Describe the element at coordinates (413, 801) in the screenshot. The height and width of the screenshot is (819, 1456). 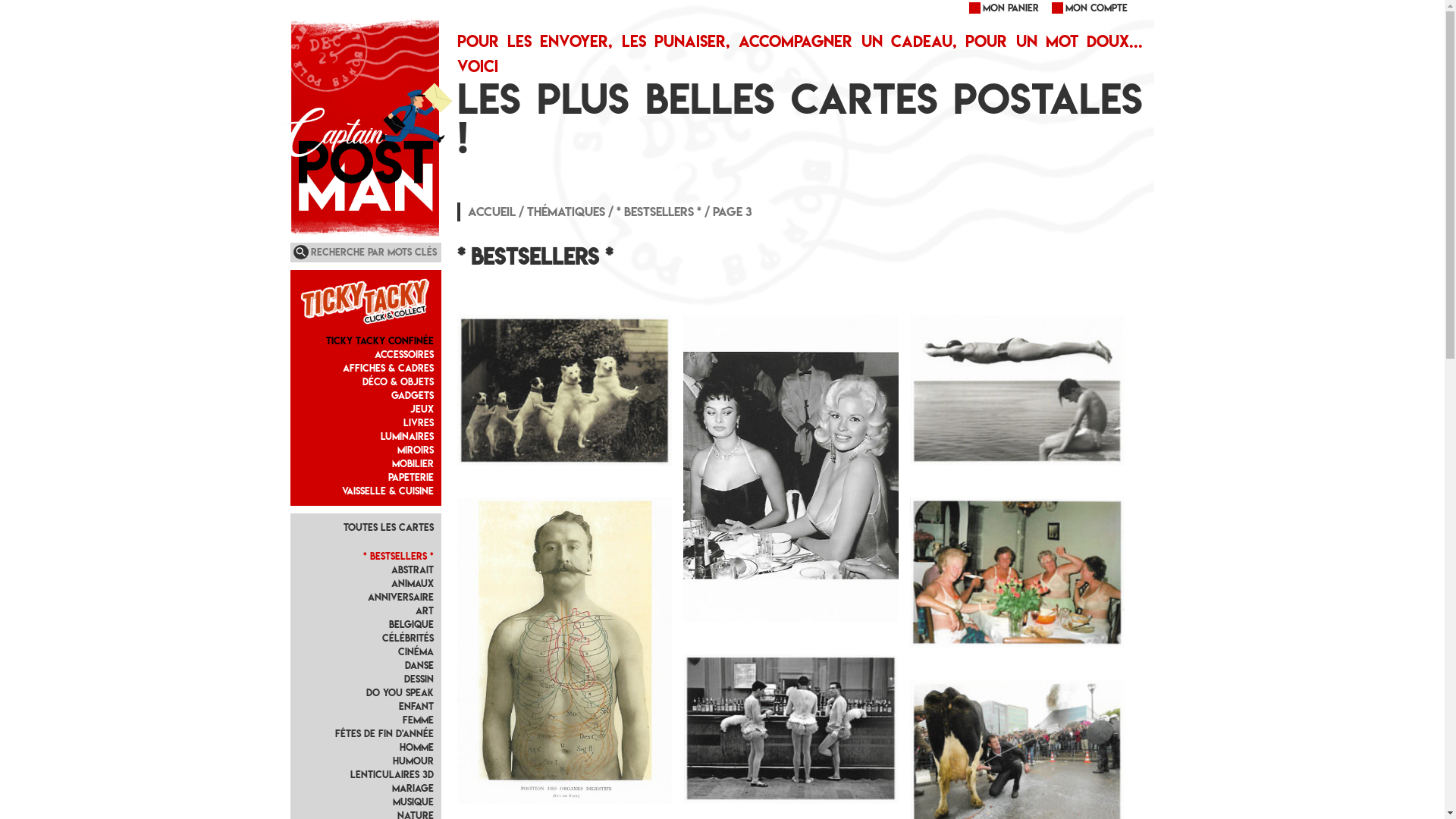
I see `'Musique'` at that location.